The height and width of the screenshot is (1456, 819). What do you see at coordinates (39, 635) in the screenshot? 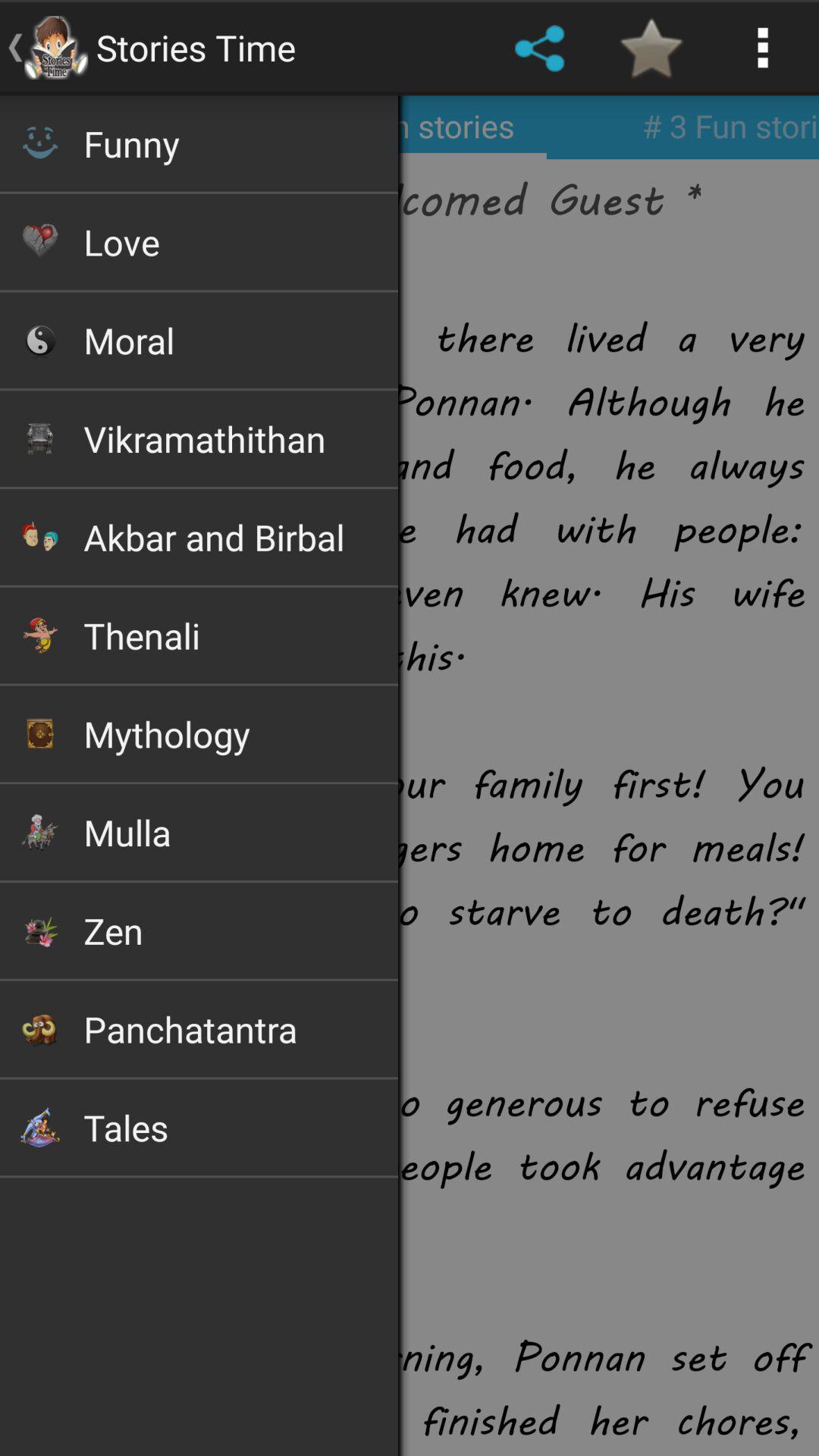
I see `image left to thenali` at bounding box center [39, 635].